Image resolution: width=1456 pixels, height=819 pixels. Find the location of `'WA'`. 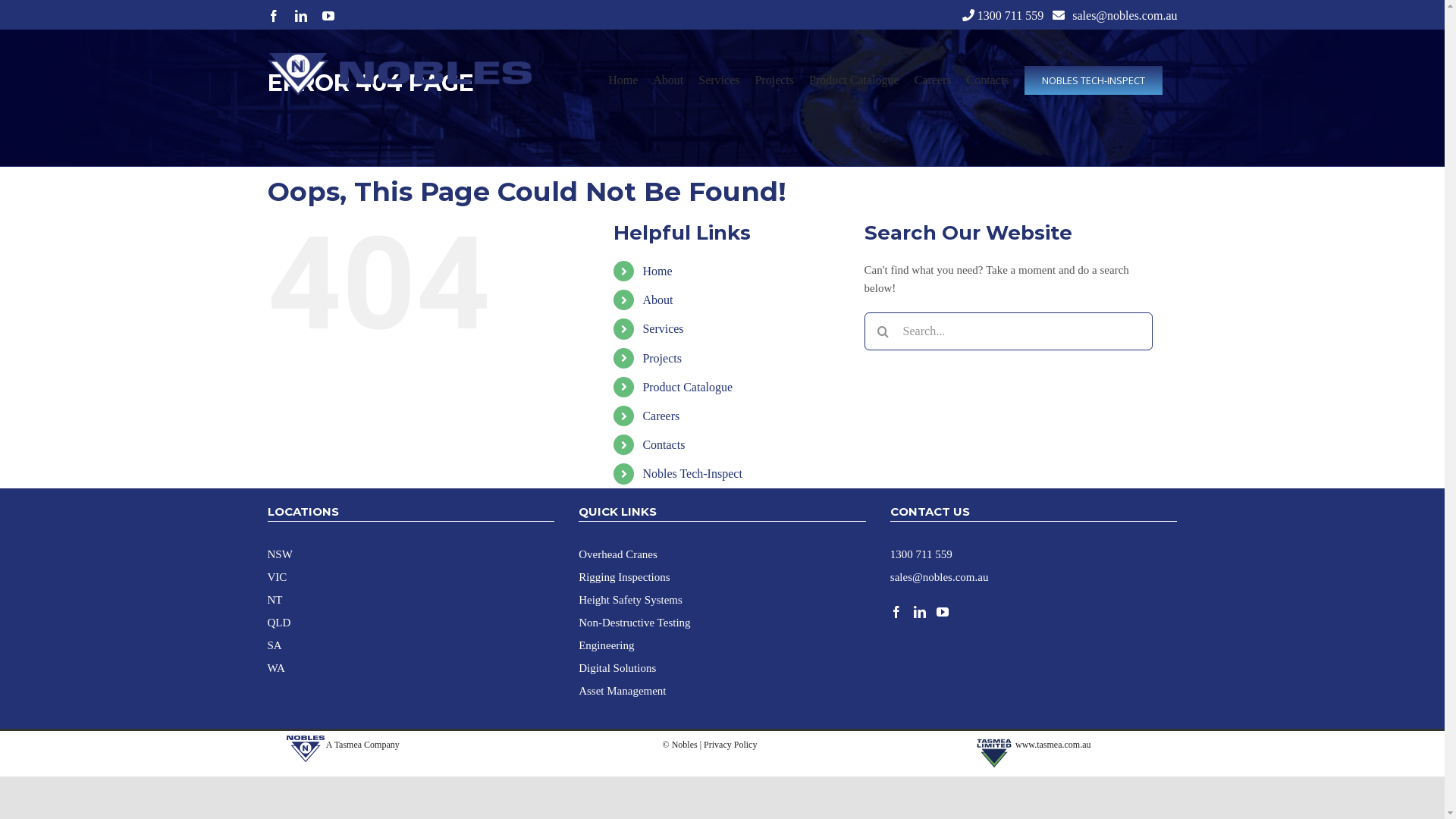

'WA' is located at coordinates (275, 666).